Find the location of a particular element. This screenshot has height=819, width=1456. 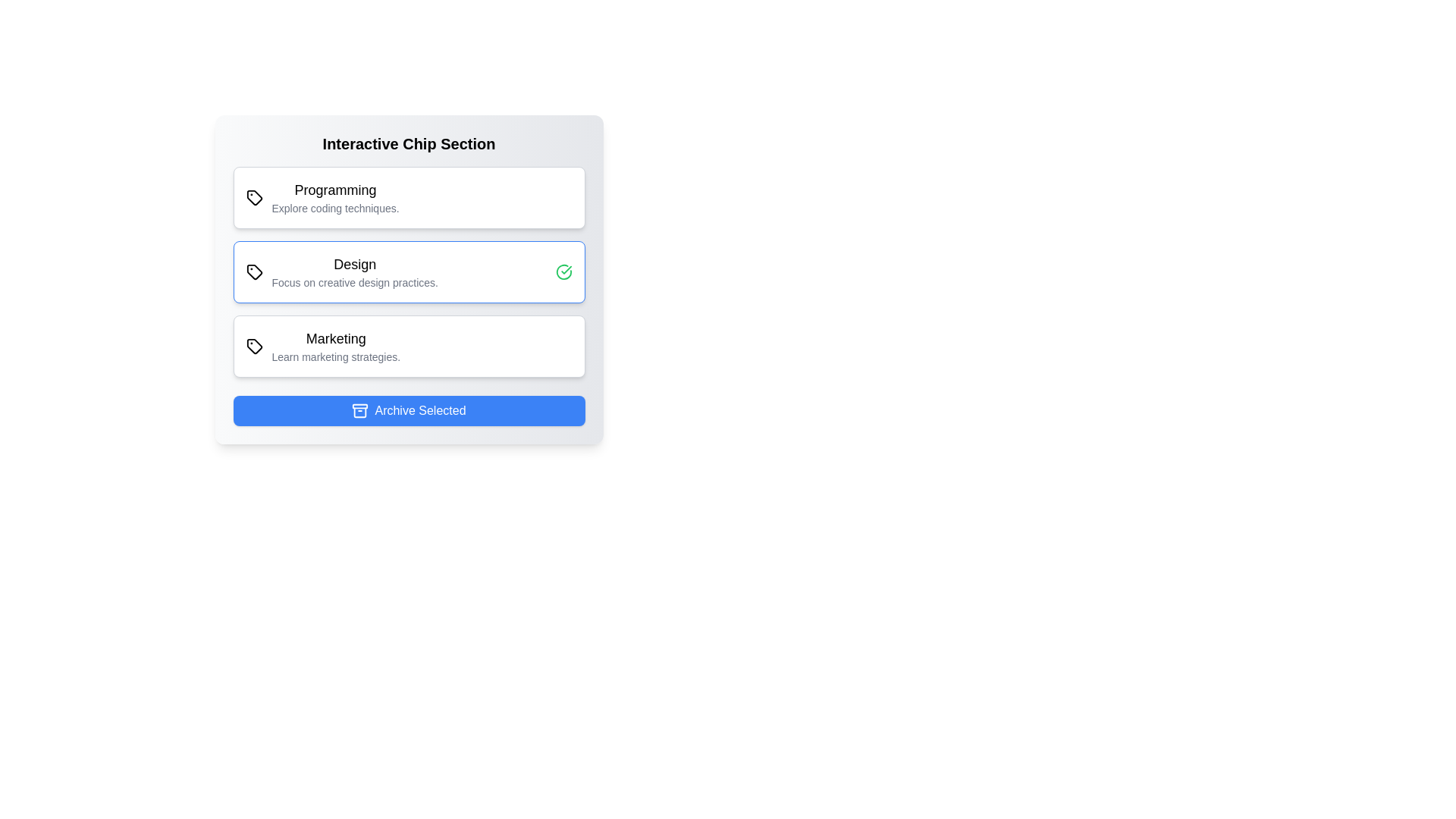

the chip labeled Design to toggle its selection state is located at coordinates (409, 271).